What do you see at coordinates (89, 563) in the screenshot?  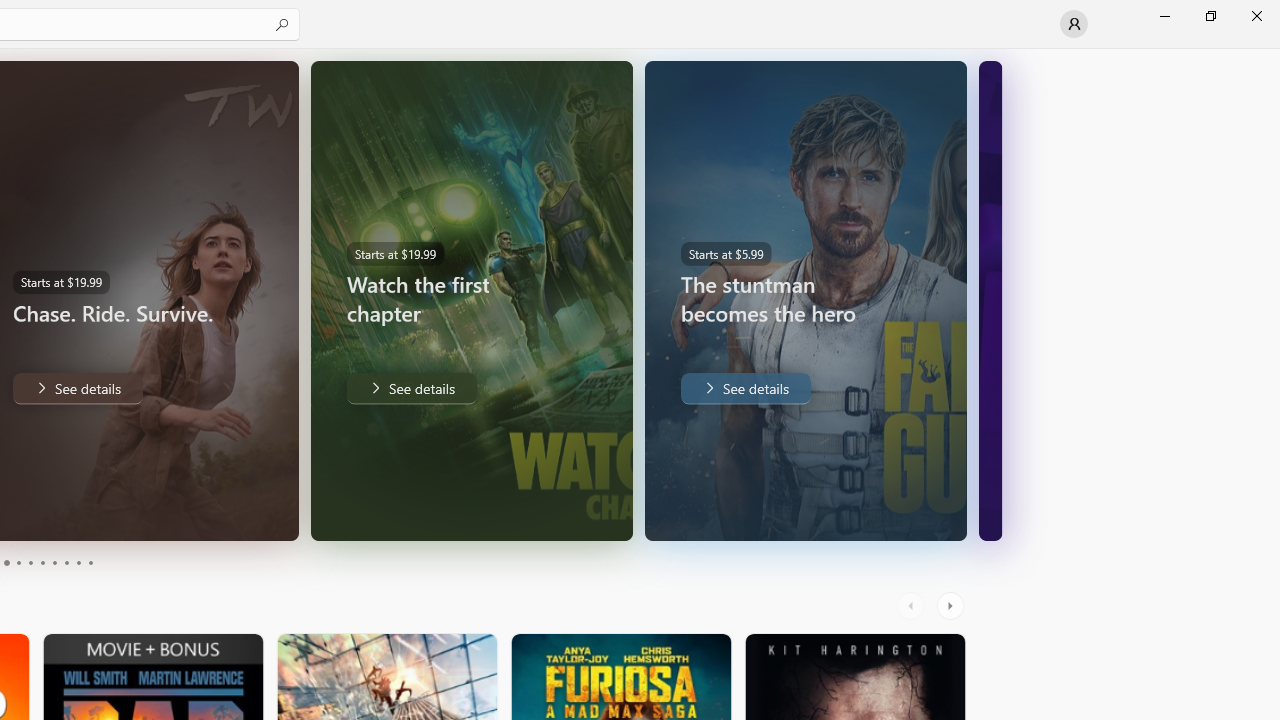 I see `'Page 10'` at bounding box center [89, 563].